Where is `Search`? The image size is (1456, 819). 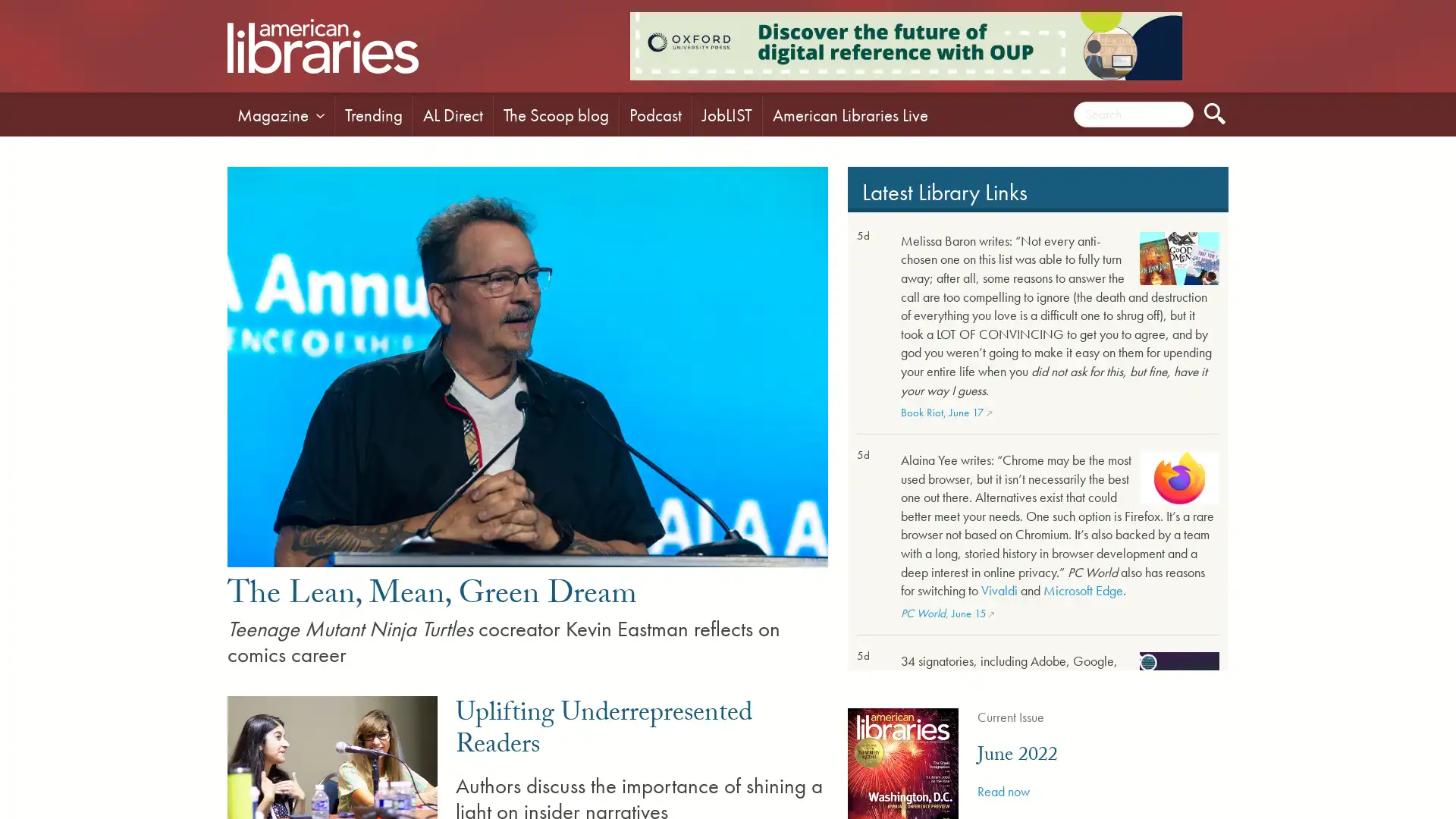
Search is located at coordinates (1215, 113).